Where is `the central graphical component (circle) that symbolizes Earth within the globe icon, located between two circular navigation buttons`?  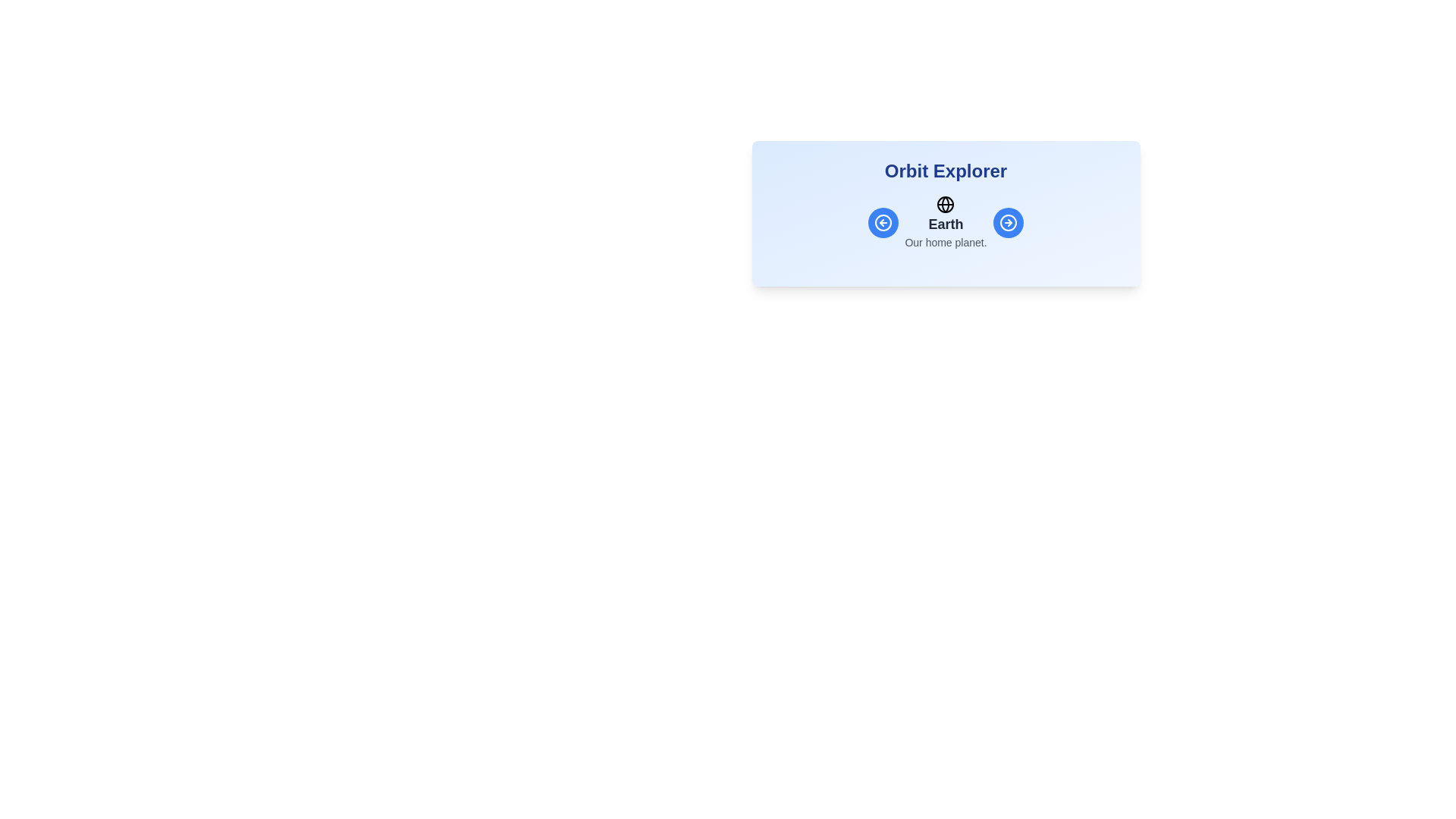 the central graphical component (circle) that symbolizes Earth within the globe icon, located between two circular navigation buttons is located at coordinates (945, 205).